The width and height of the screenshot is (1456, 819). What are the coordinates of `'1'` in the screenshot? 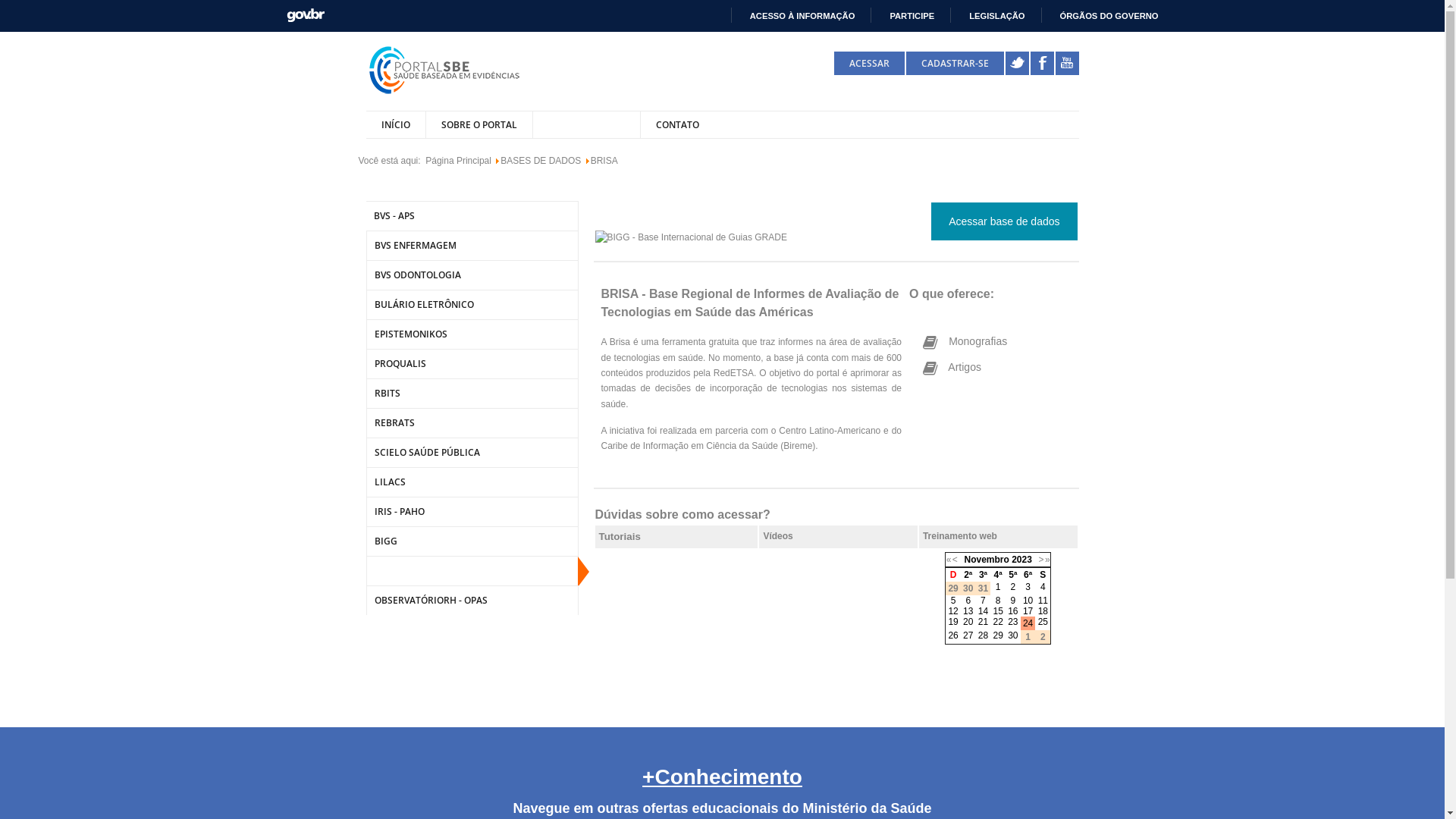 It's located at (998, 586).